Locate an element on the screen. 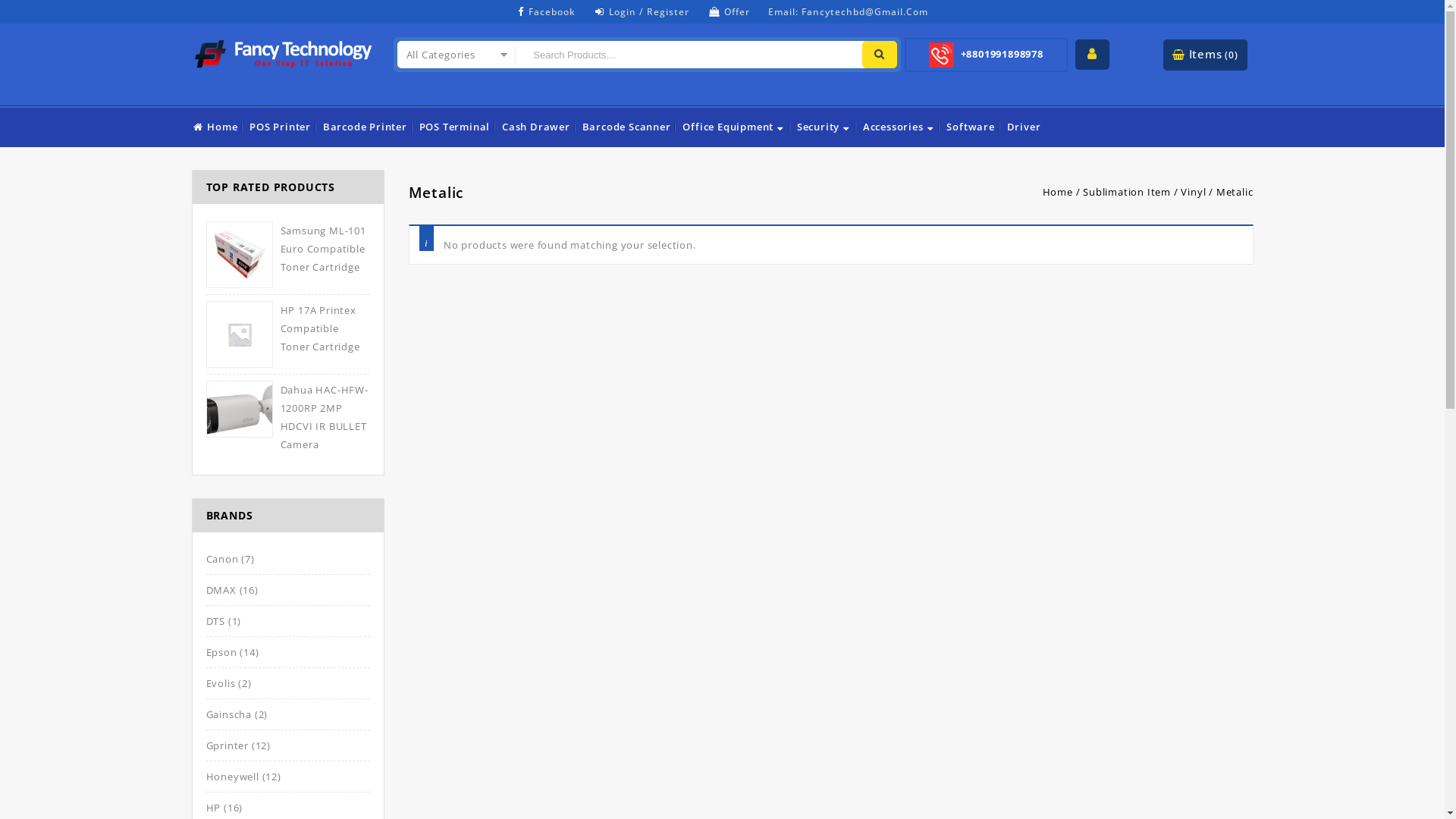 The height and width of the screenshot is (819, 1456). '(0)' is located at coordinates (1231, 54).